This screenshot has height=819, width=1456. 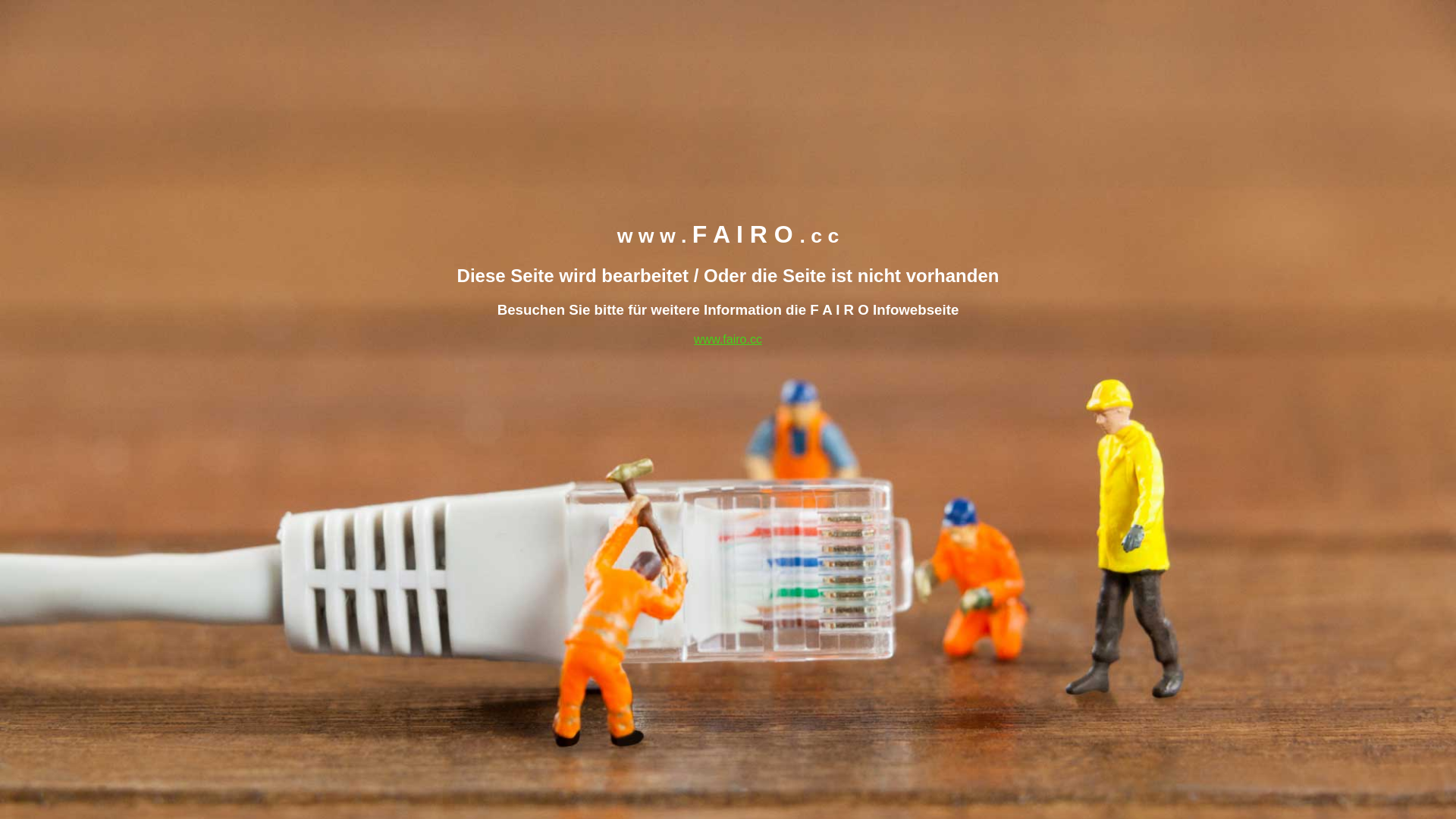 I want to click on 'www.fairo.cc', so click(x=693, y=337).